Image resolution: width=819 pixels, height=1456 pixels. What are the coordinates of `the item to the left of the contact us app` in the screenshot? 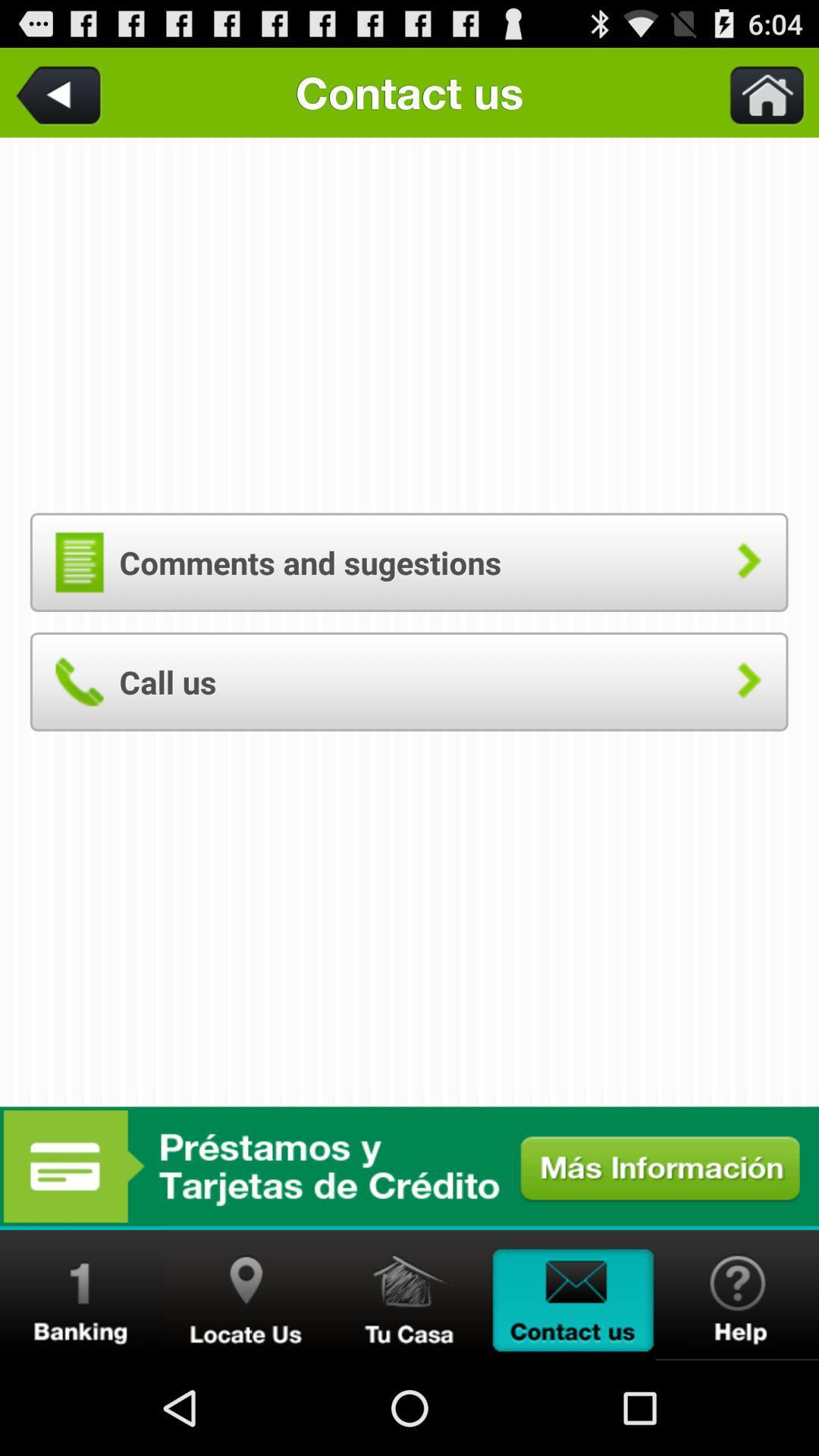 It's located at (61, 92).